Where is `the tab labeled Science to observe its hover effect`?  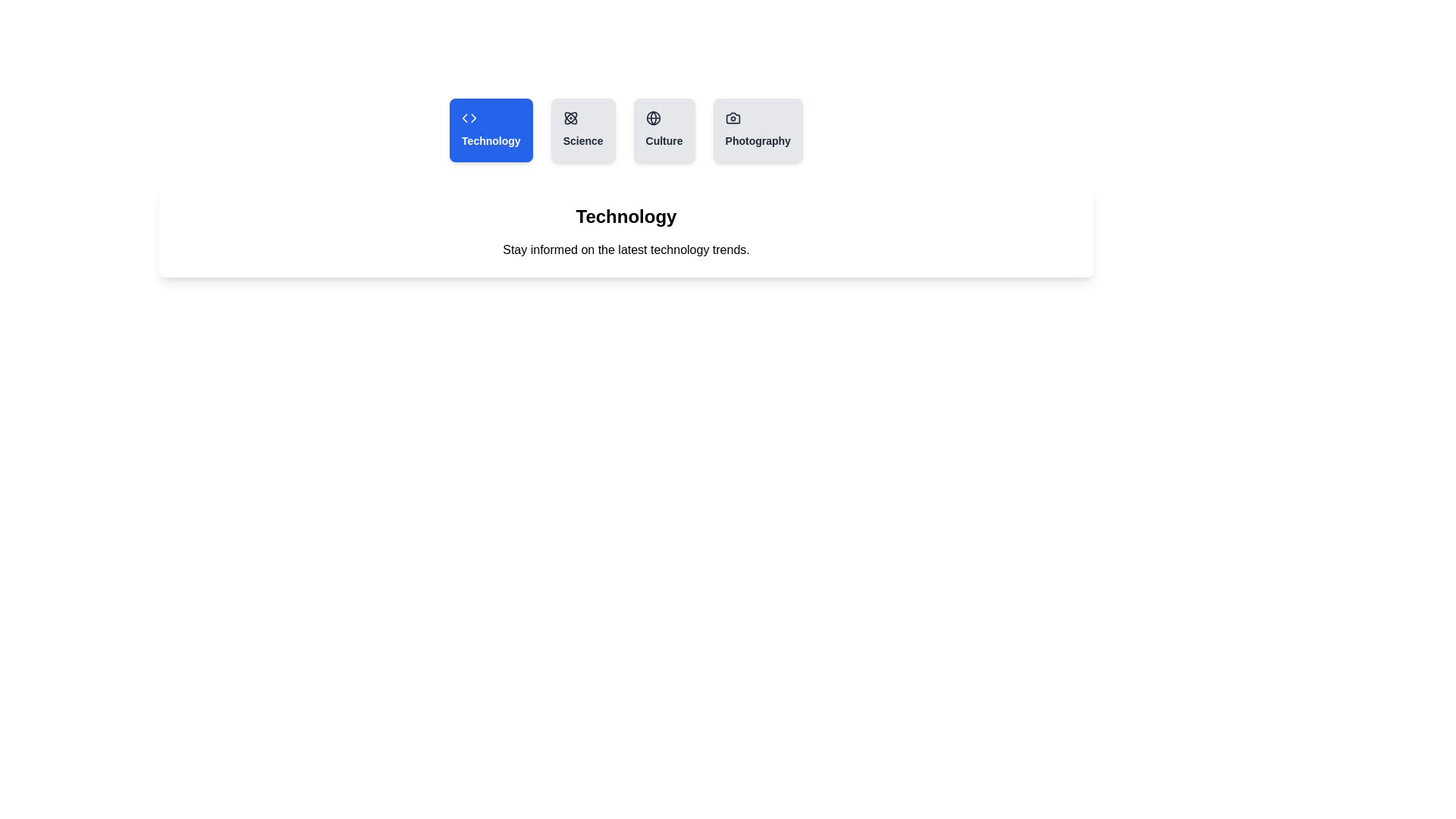
the tab labeled Science to observe its hover effect is located at coordinates (582, 130).